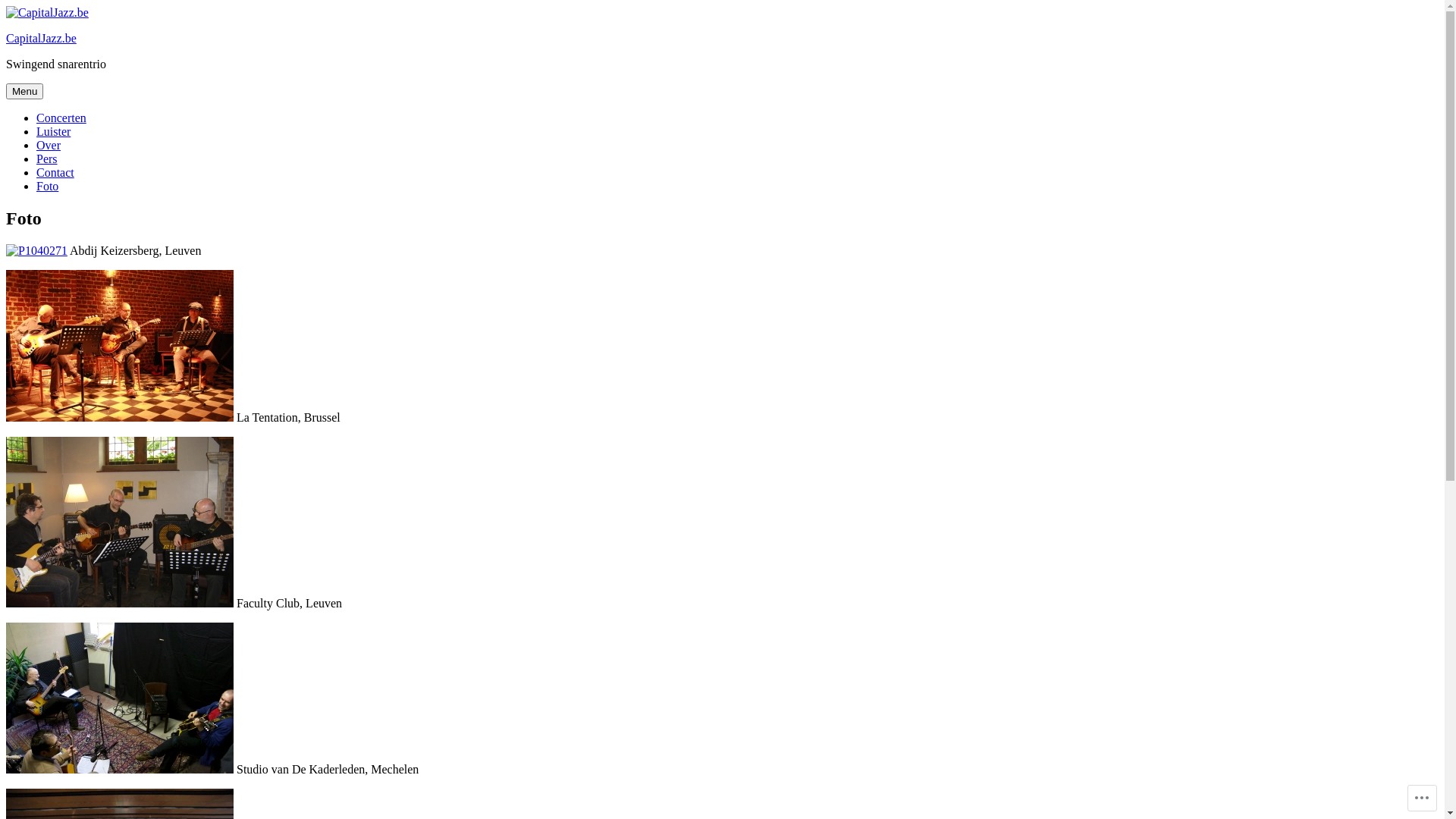  I want to click on 'Contact', so click(55, 171).